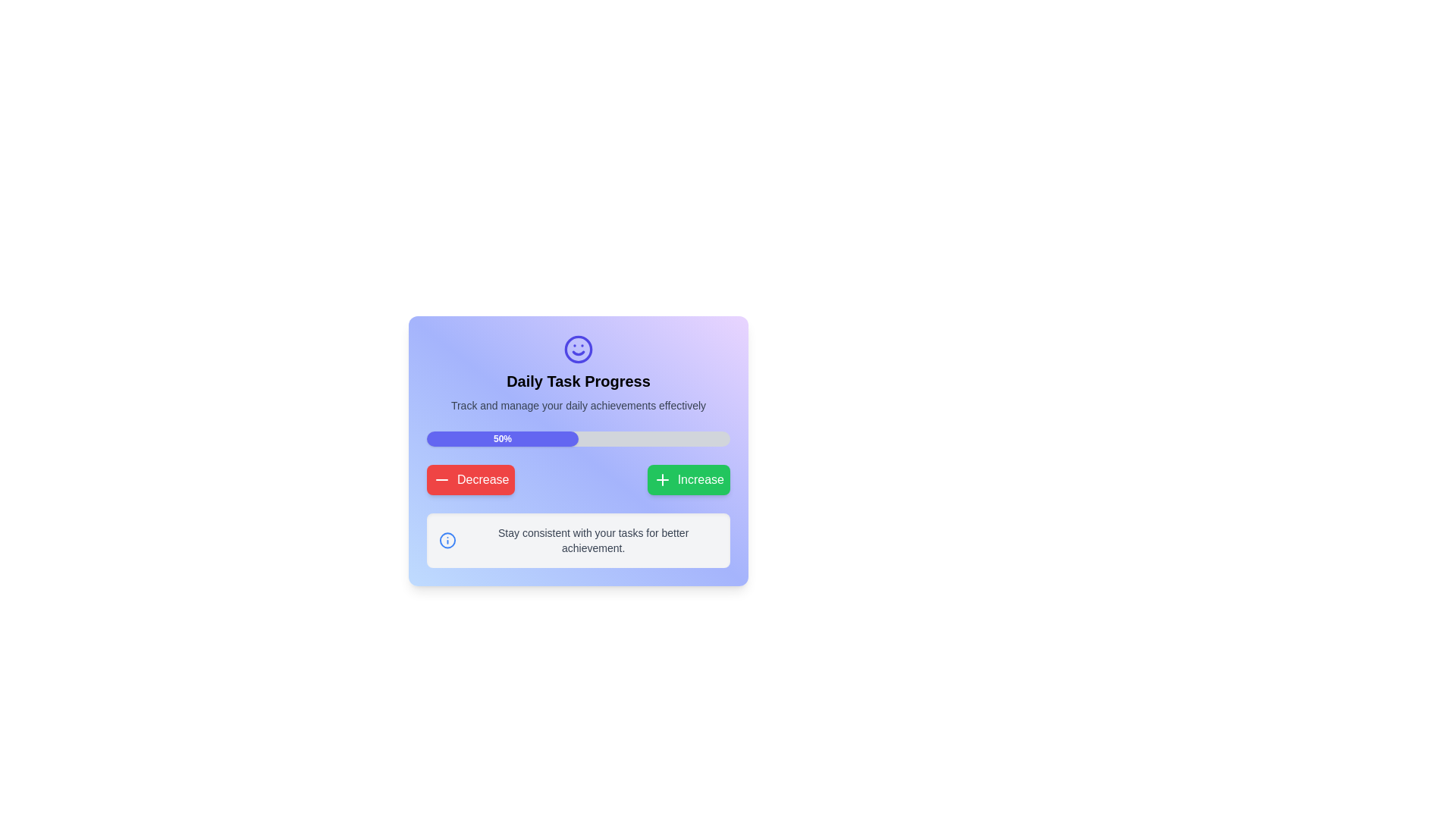  I want to click on the SVG Icon within the green 'Increase' button, which represents an increment action and is aligned with the button's label, so click(662, 479).